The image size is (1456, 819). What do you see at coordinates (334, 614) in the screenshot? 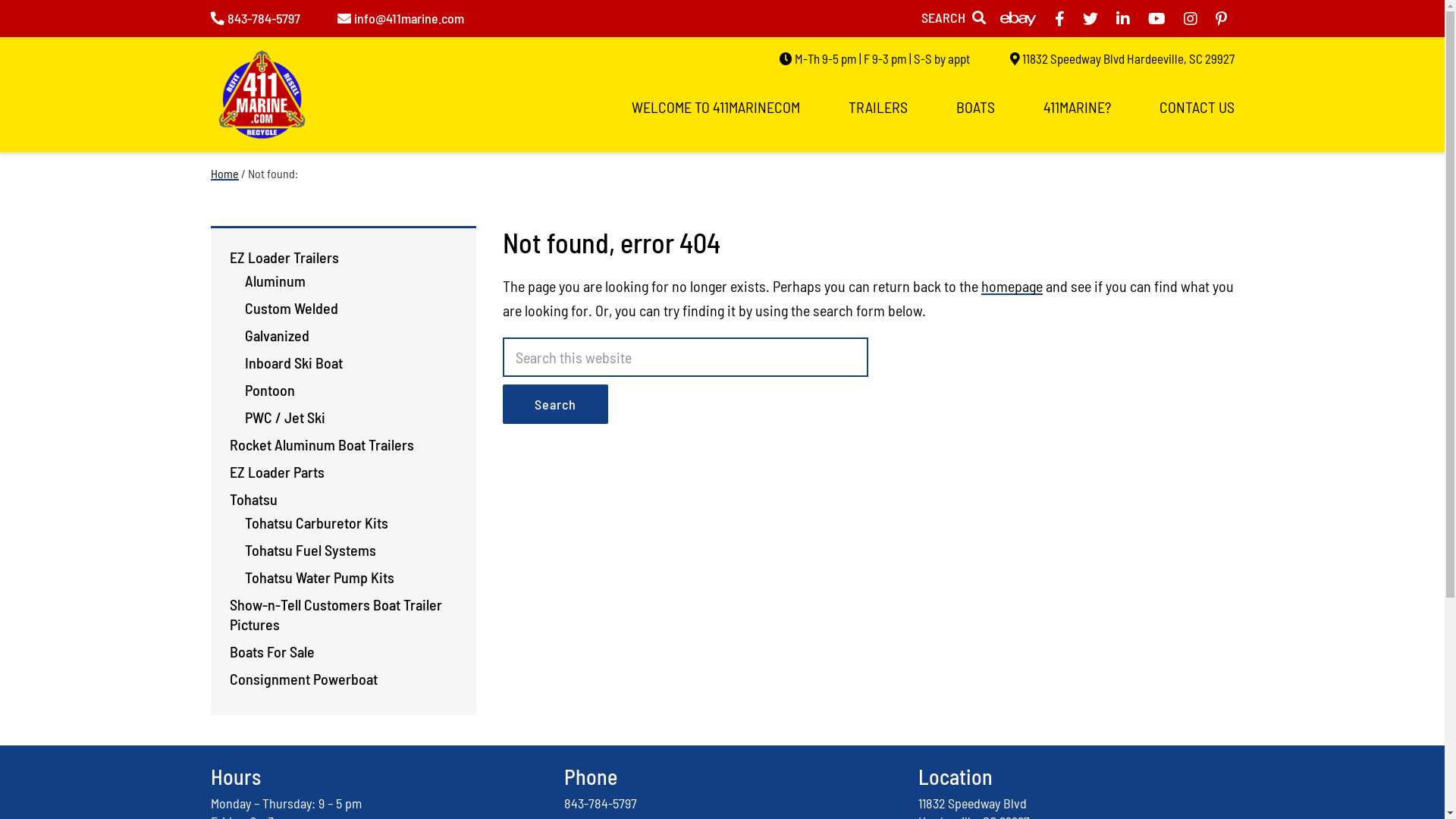
I see `'Show-n-Tell Customers Boat Trailer Pictures'` at bounding box center [334, 614].